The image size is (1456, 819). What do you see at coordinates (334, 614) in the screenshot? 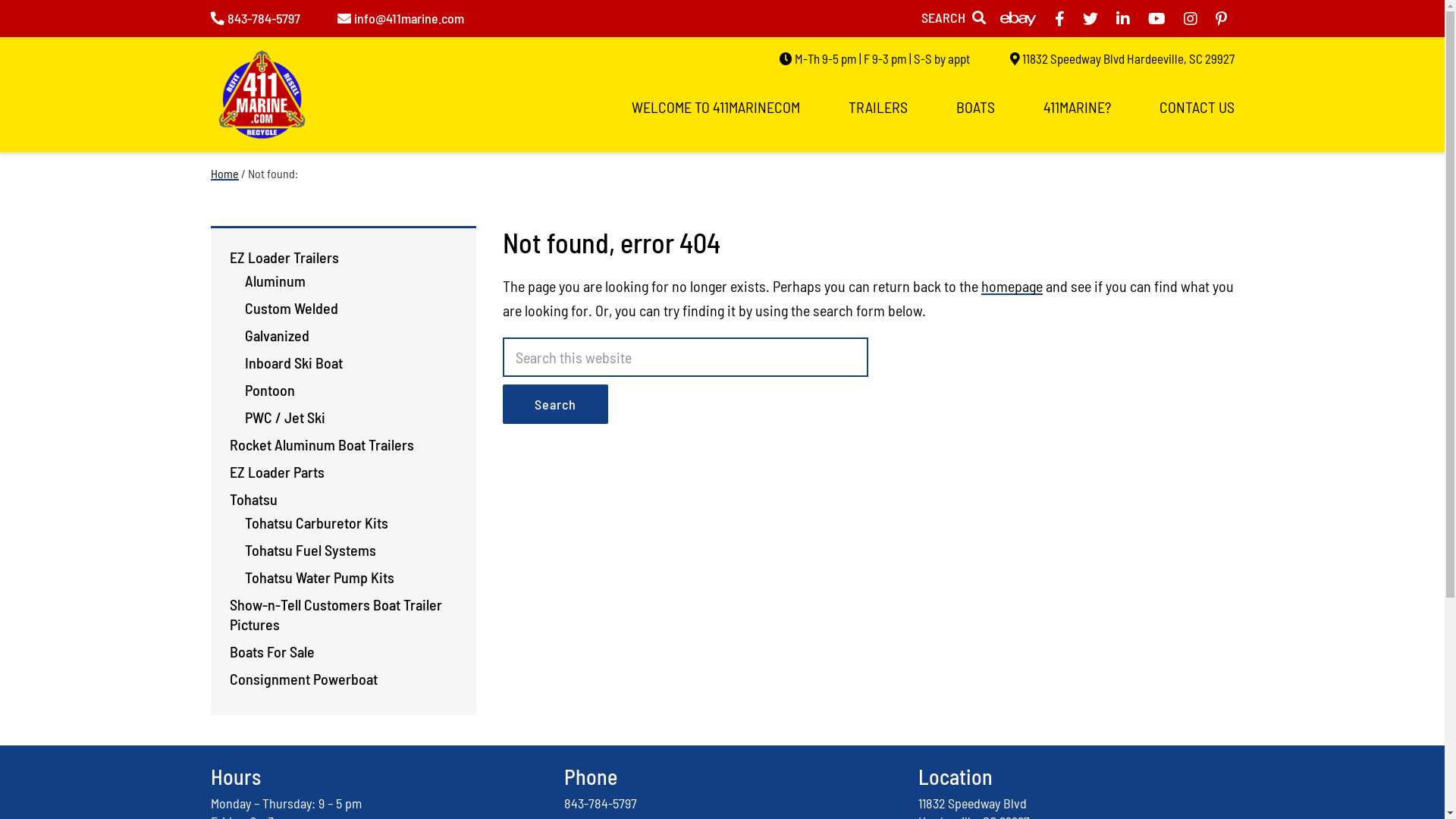
I see `'Show-n-Tell Customers Boat Trailer Pictures'` at bounding box center [334, 614].